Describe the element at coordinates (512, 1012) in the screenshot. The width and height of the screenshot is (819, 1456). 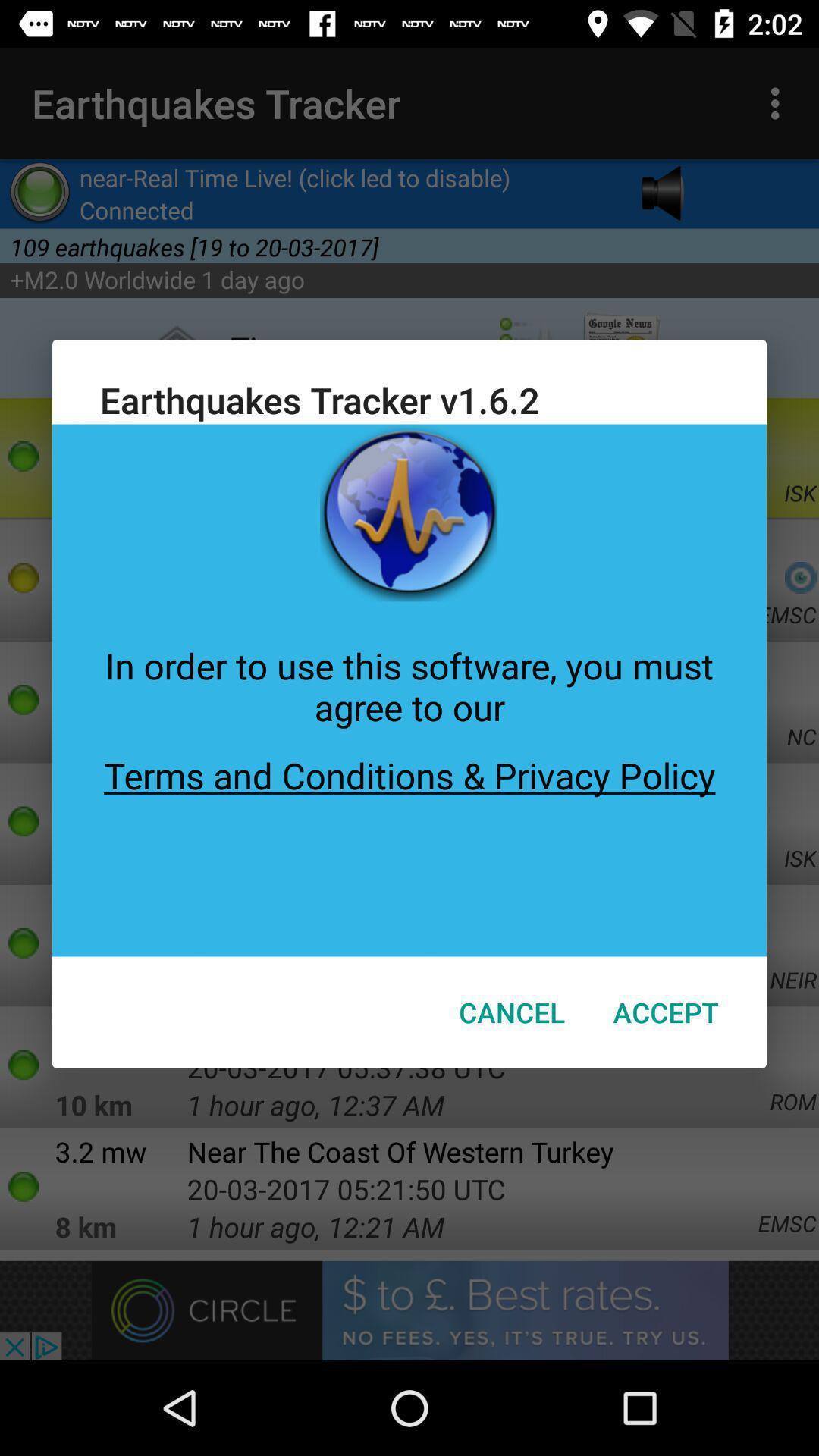
I see `icon at the bottom` at that location.